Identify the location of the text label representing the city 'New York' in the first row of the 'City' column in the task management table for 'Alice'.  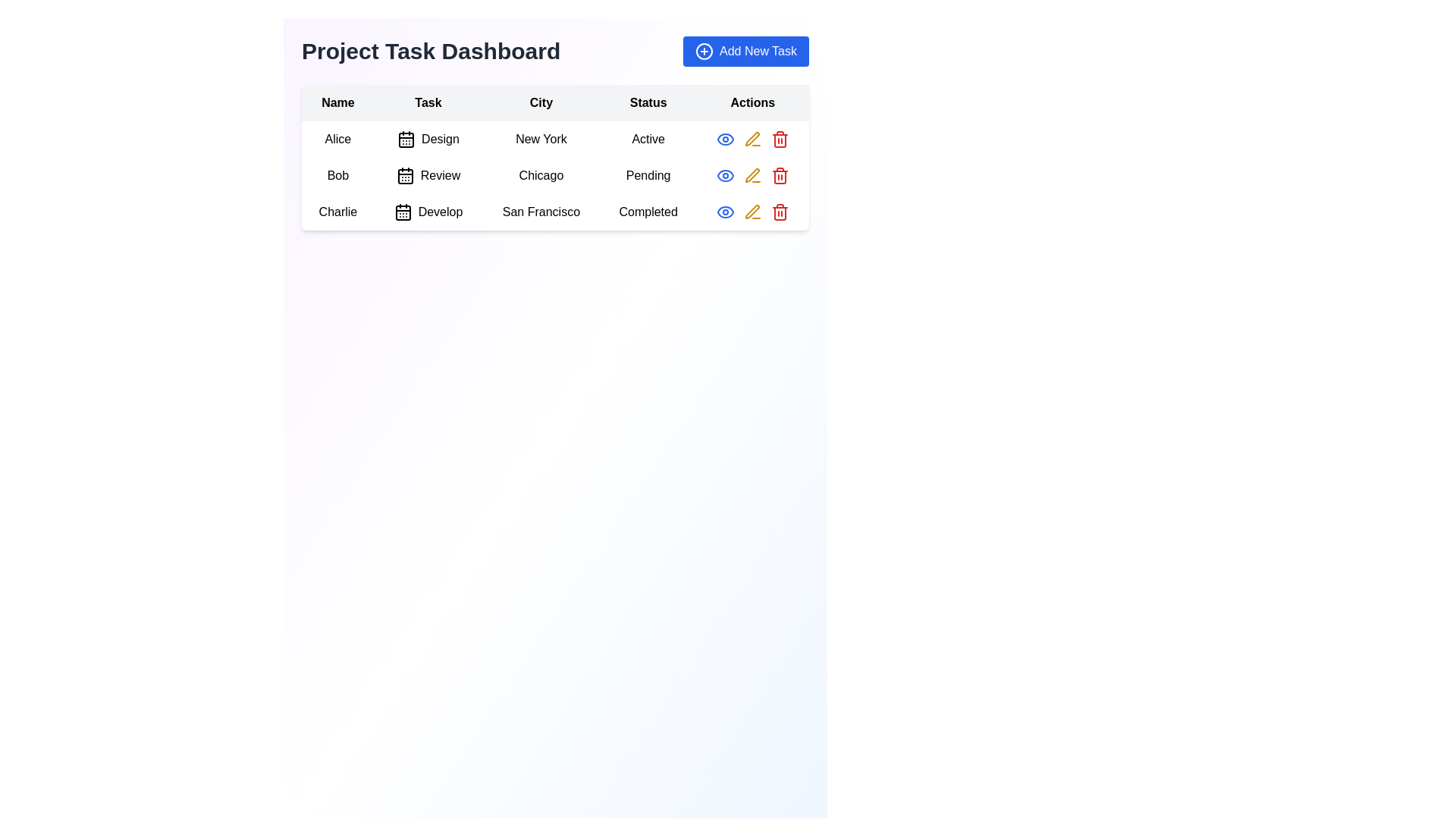
(541, 140).